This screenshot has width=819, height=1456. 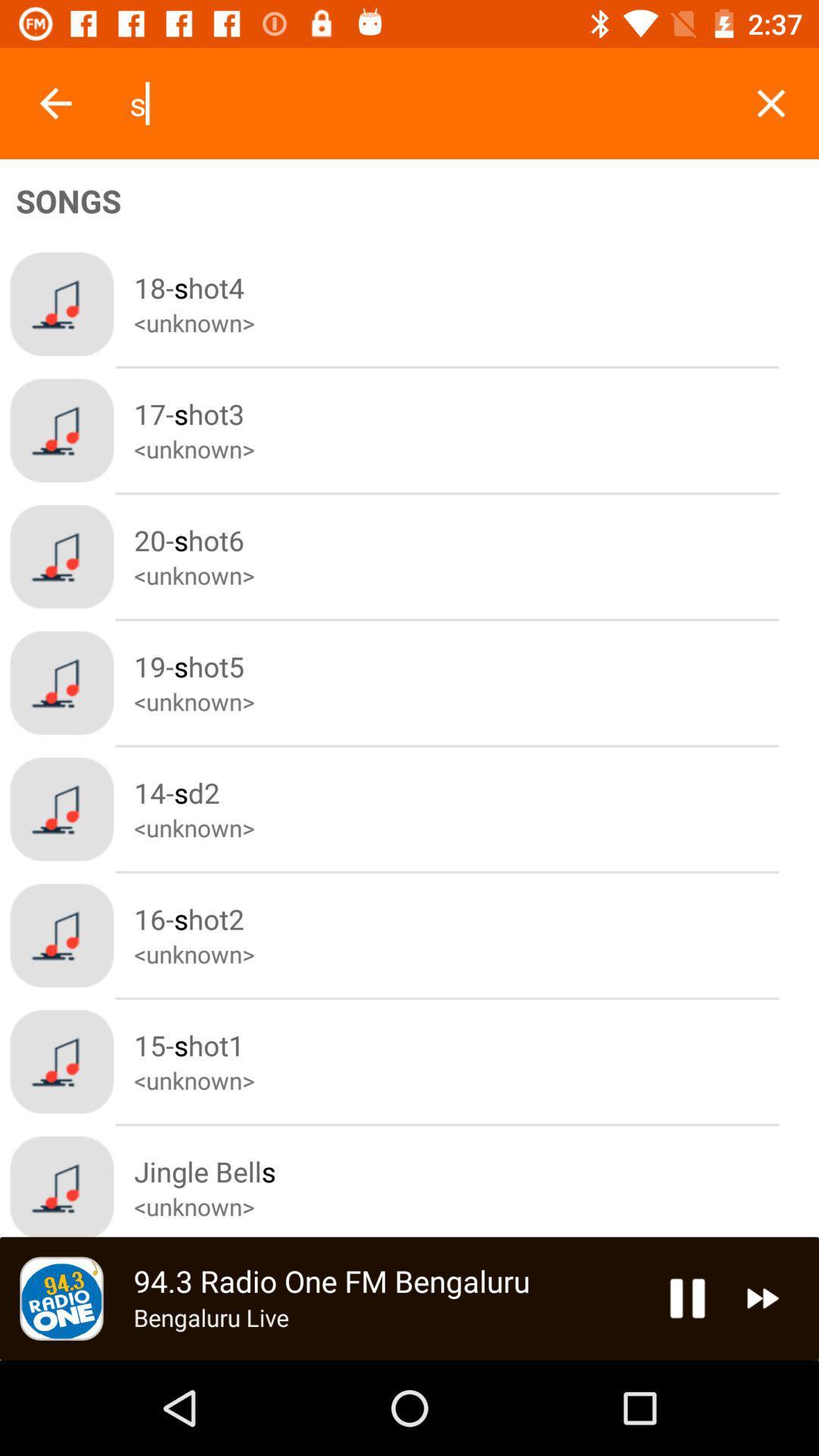 What do you see at coordinates (55, 102) in the screenshot?
I see `go back` at bounding box center [55, 102].